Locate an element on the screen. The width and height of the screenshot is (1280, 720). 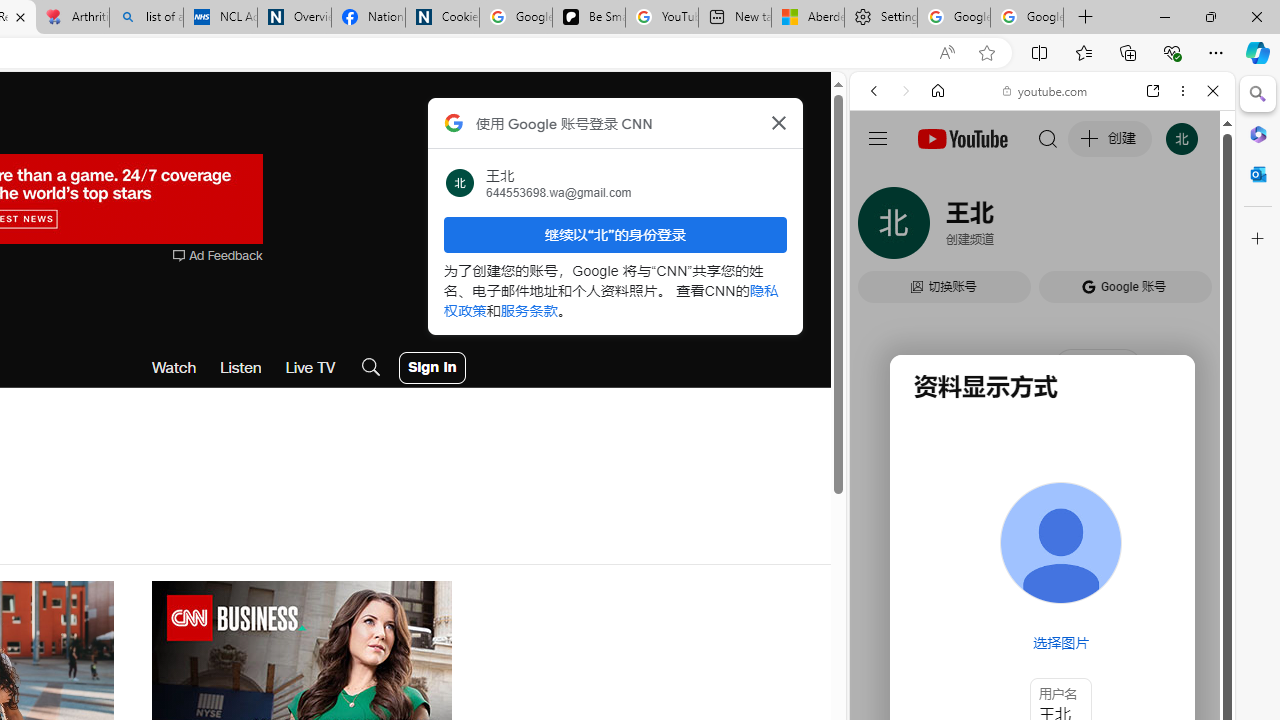
'#you' is located at coordinates (1041, 445).